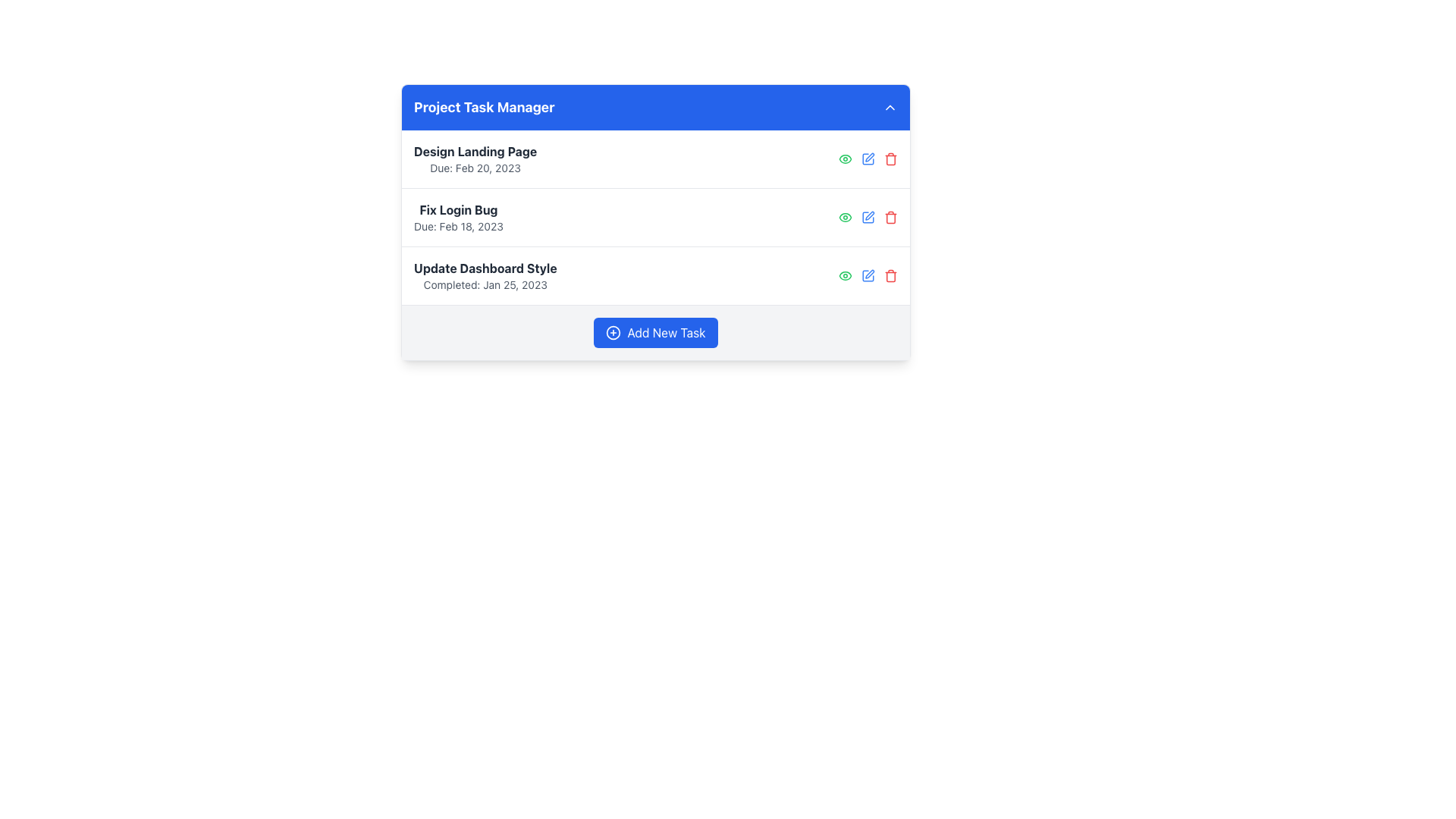  I want to click on the blue pencil icon button for the 'Design Landing Page' task, so click(868, 158).